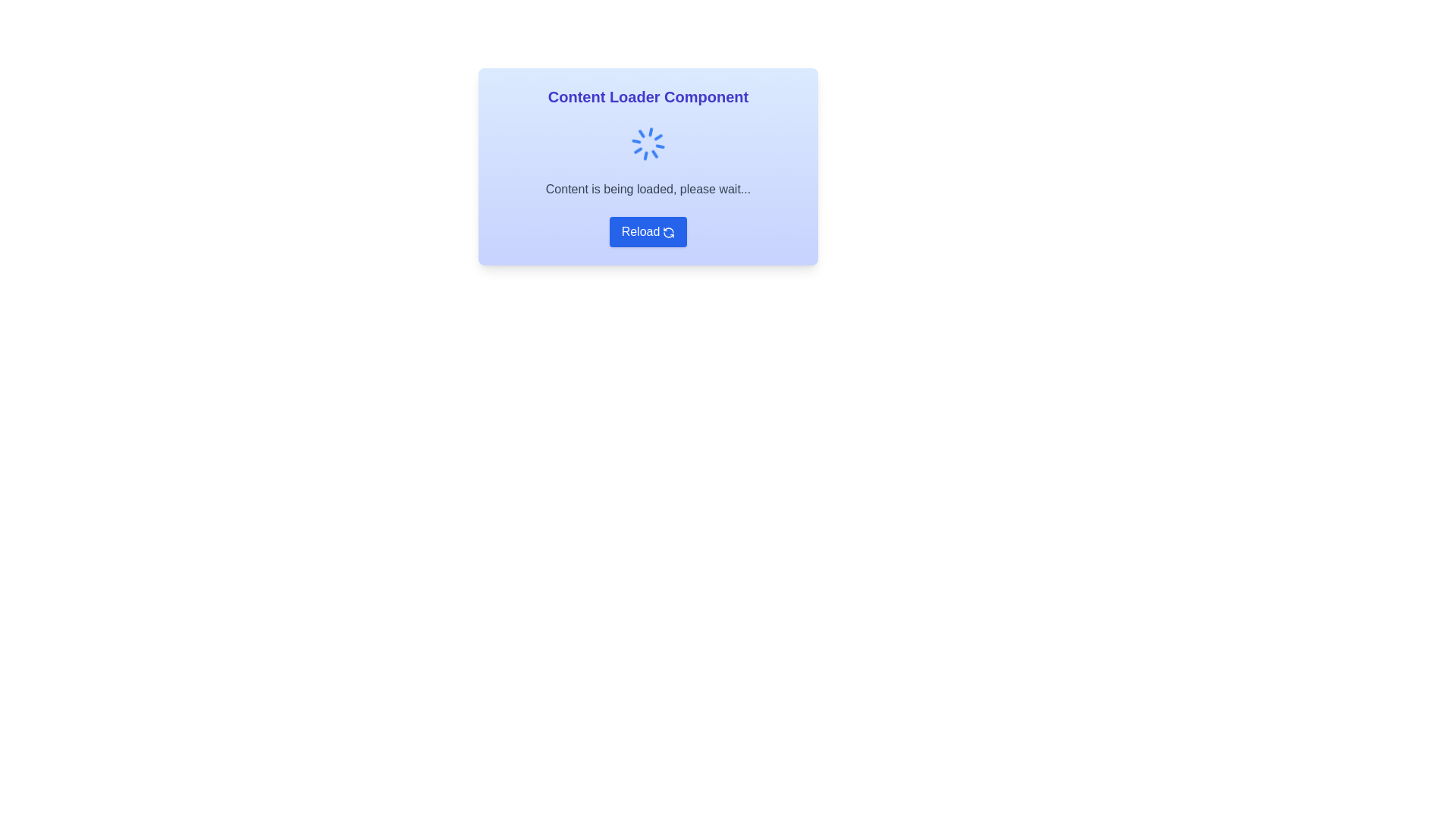 The width and height of the screenshot is (1456, 819). Describe the element at coordinates (648, 231) in the screenshot. I see `the 'Reload' button with a blue background and white text, located below the loading message, to initiate content reload` at that location.